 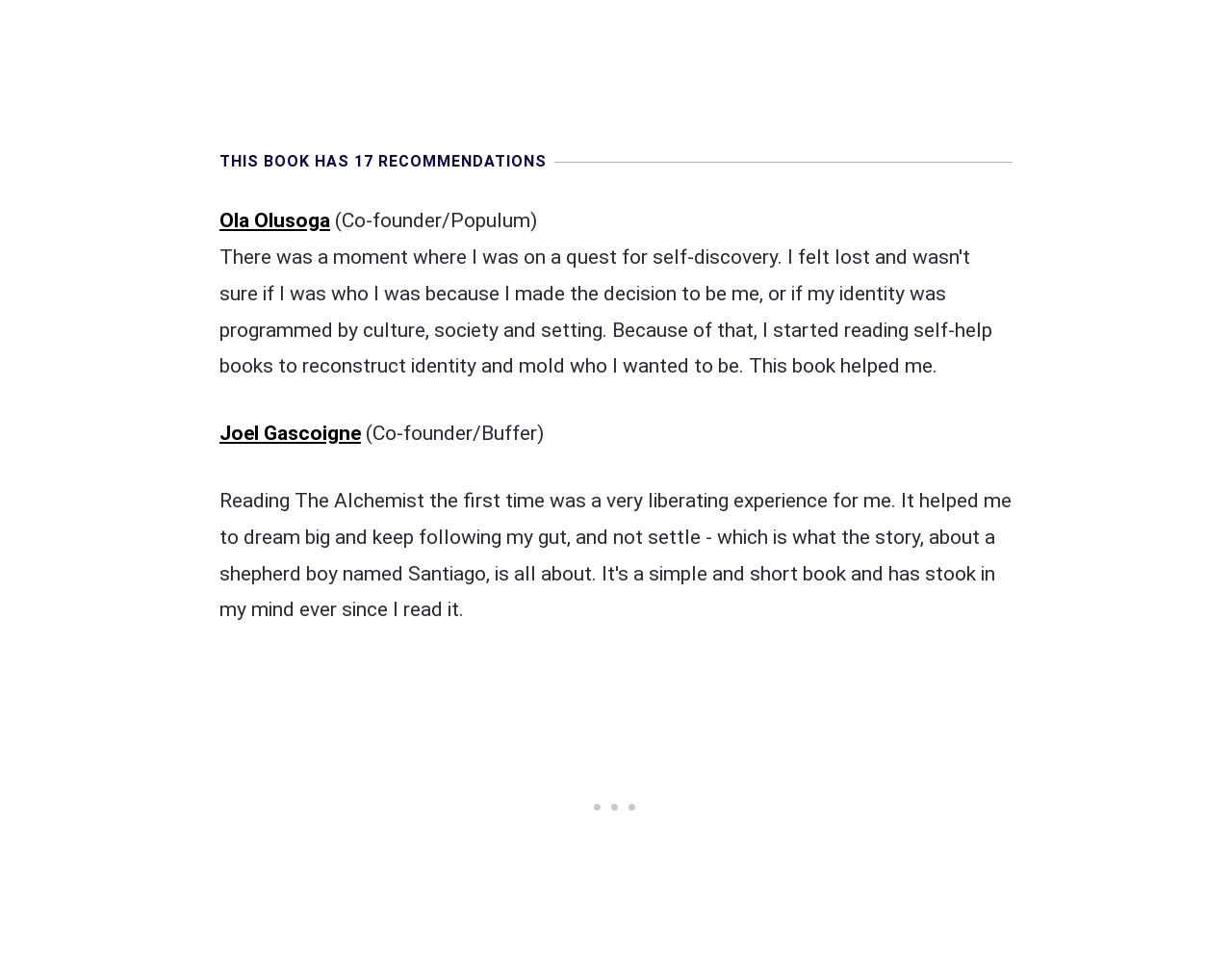 What do you see at coordinates (604, 310) in the screenshot?
I see `'There was a moment where I was on a quest for self-discovery. I felt lost and wasn't sure if I was who I was because I made the decision to be me, or if my identity was programmed by culture, society and setting. Because of that, I started reading self-help books to reconstruct identity and mold who I wanted to be. This book helped me.'` at bounding box center [604, 310].